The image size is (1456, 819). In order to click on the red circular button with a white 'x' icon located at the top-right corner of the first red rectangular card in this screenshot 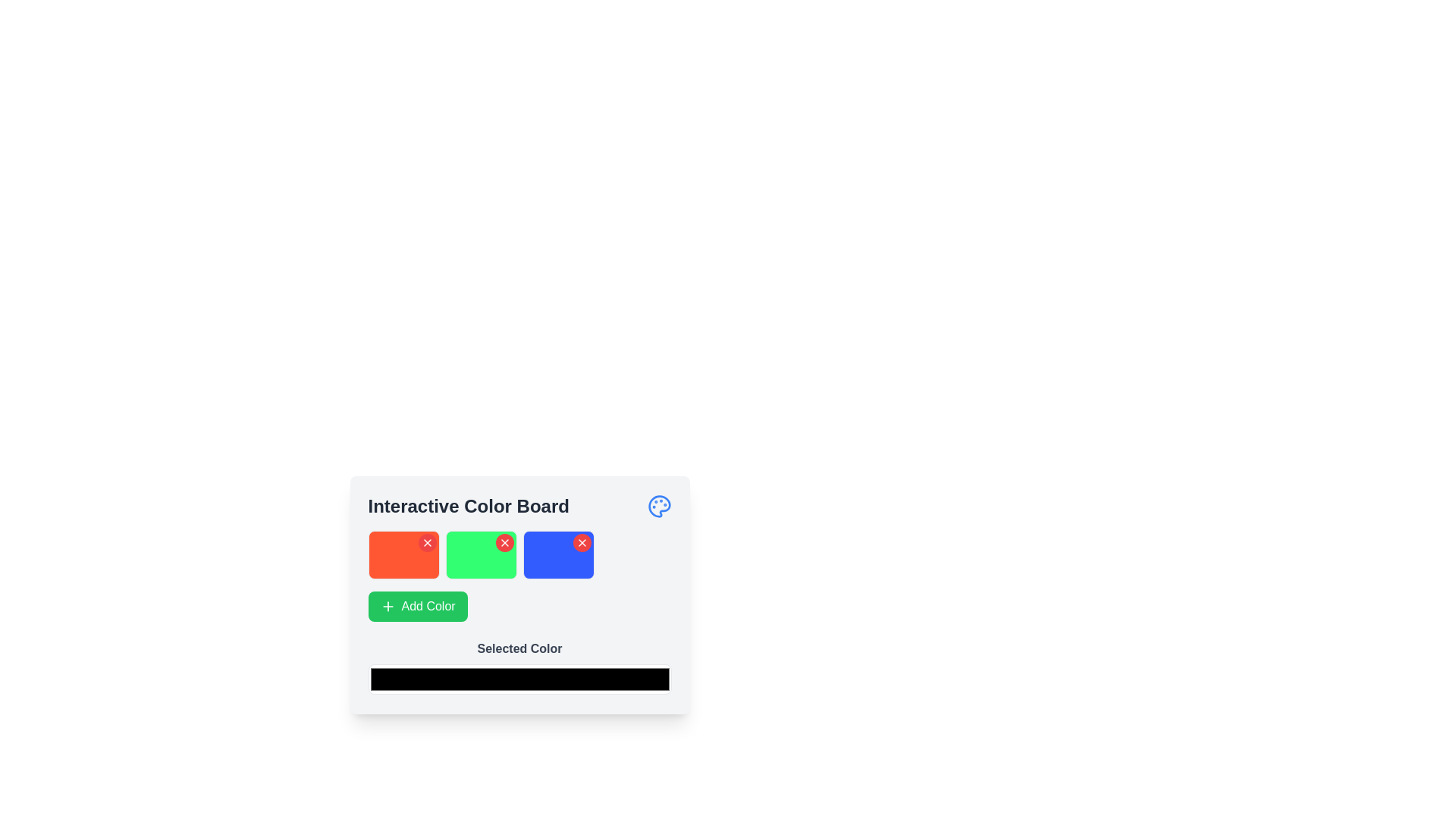, I will do `click(426, 542)`.